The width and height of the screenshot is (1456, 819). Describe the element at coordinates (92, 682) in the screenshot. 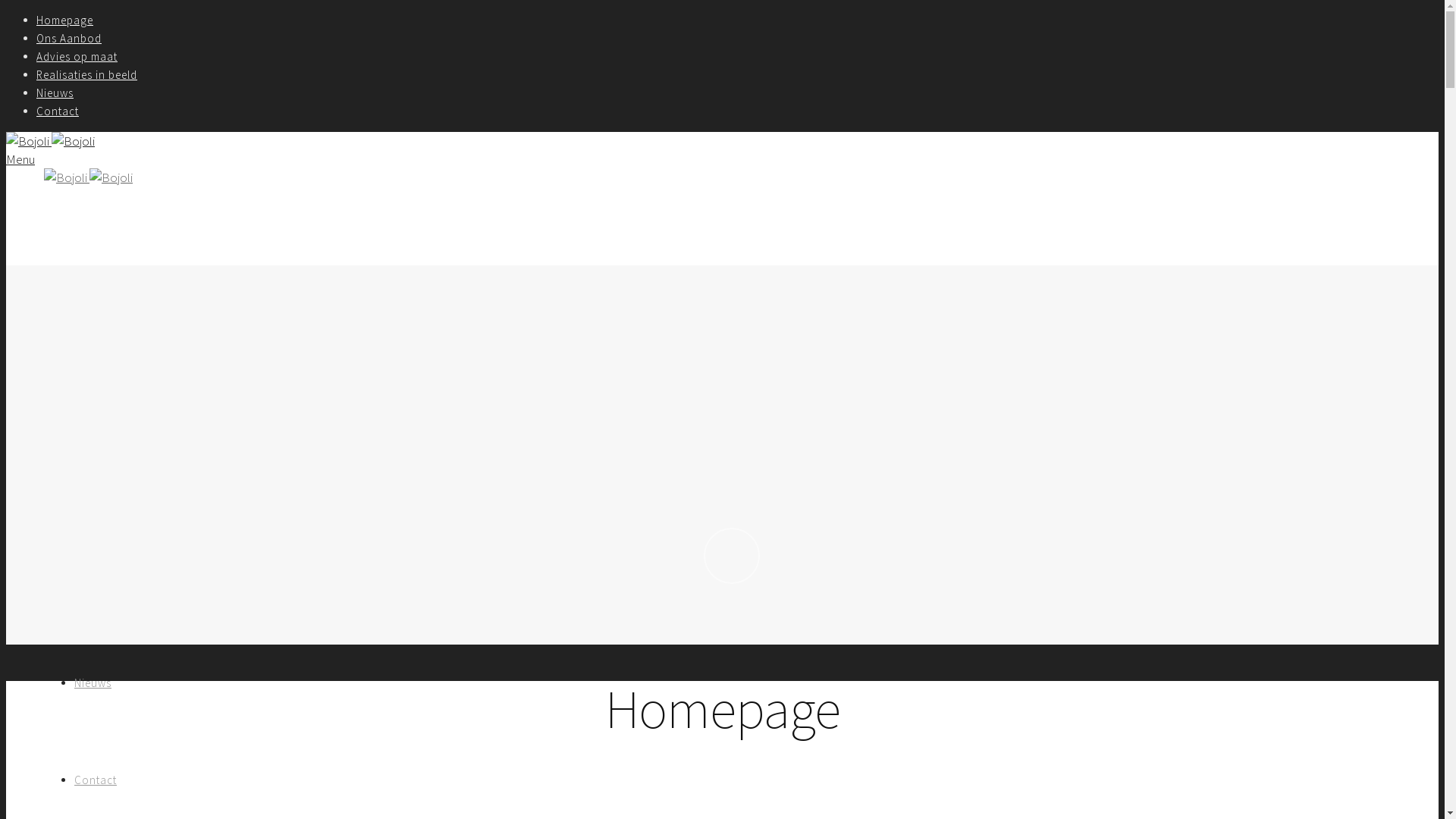

I see `'Nieuws'` at that location.